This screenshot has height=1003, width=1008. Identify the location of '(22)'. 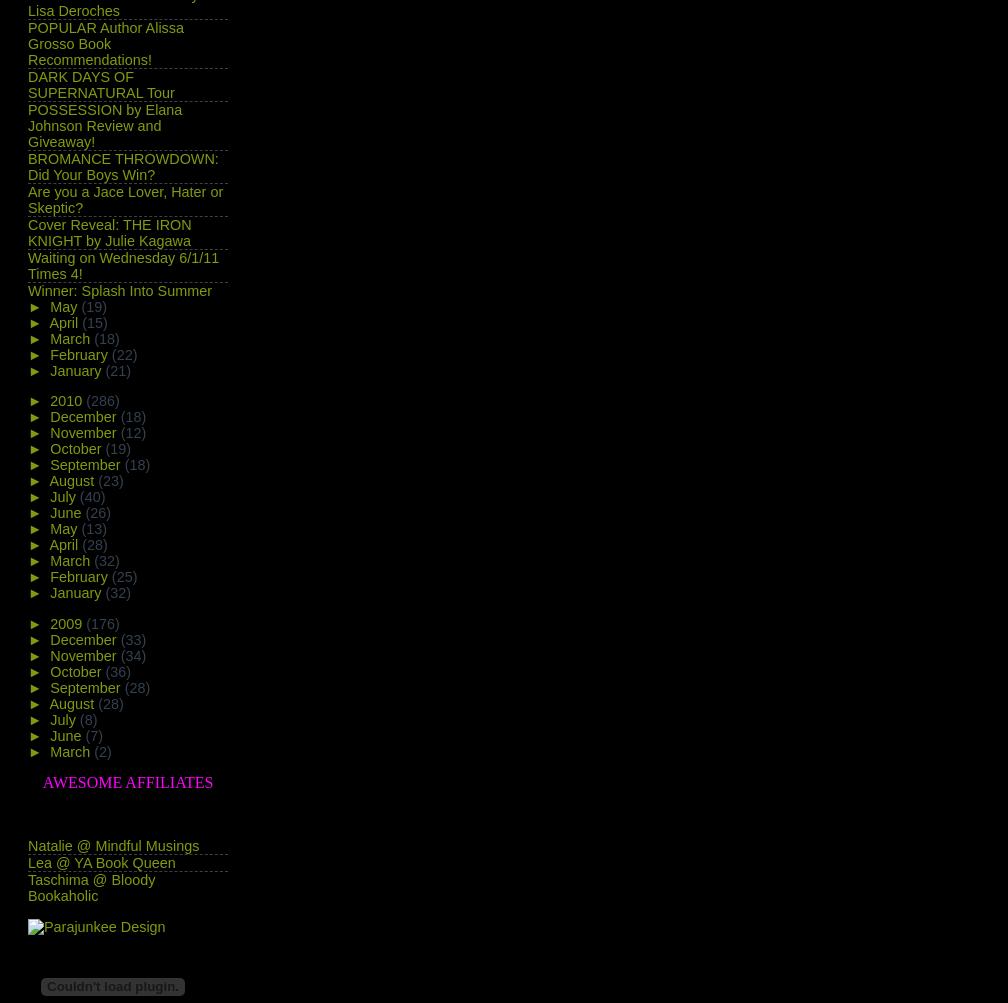
(110, 352).